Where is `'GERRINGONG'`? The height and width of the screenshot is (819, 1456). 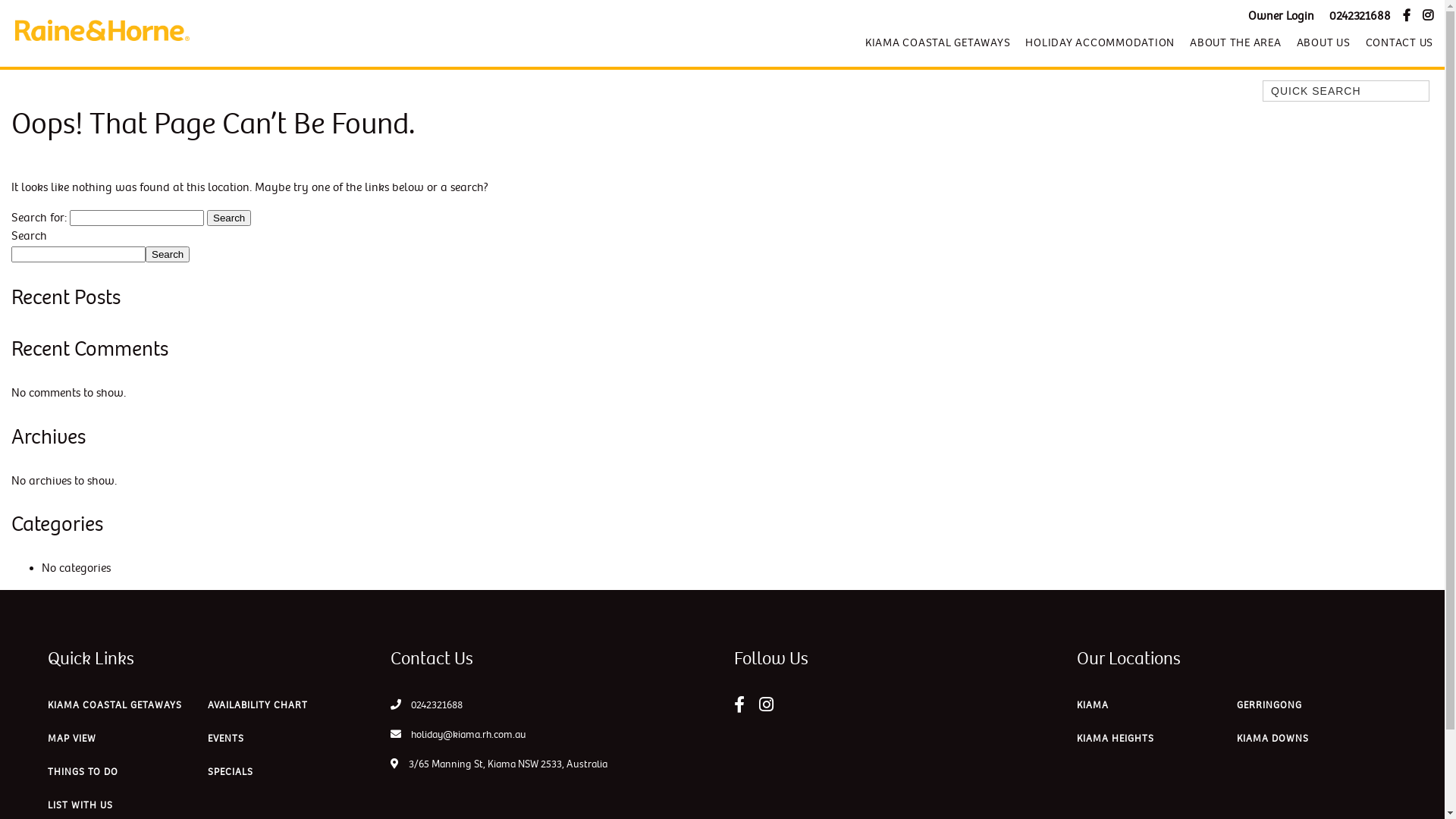 'GERRINGONG' is located at coordinates (1269, 708).